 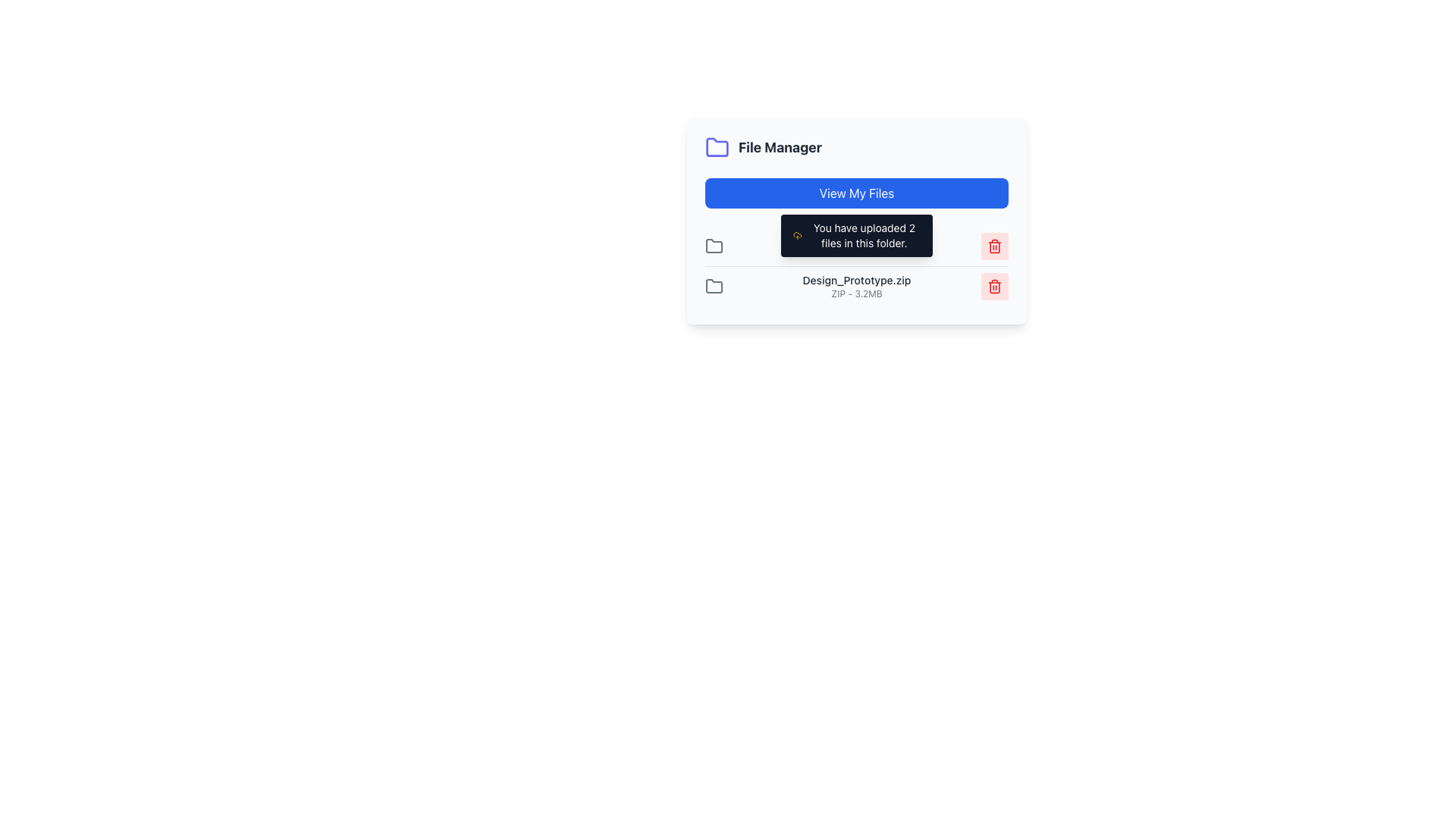 What do you see at coordinates (713, 245) in the screenshot?
I see `the folder icon representing the file 'Project_Documentation.pdfPDF - 1.4MB', which is located at the beginning of the row containing file metadata` at bounding box center [713, 245].